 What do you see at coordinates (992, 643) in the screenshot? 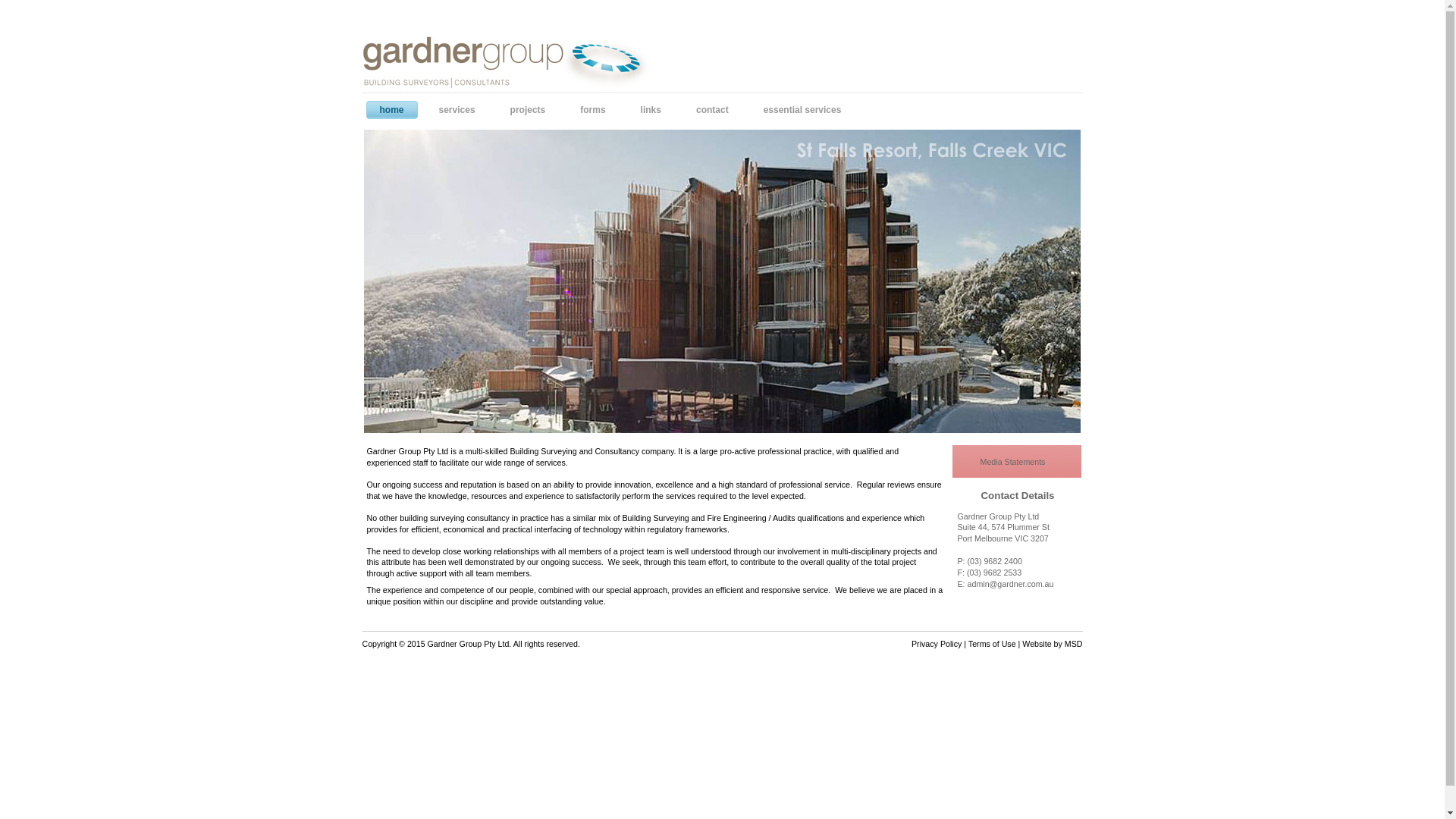
I see `'Terms of Use'` at bounding box center [992, 643].